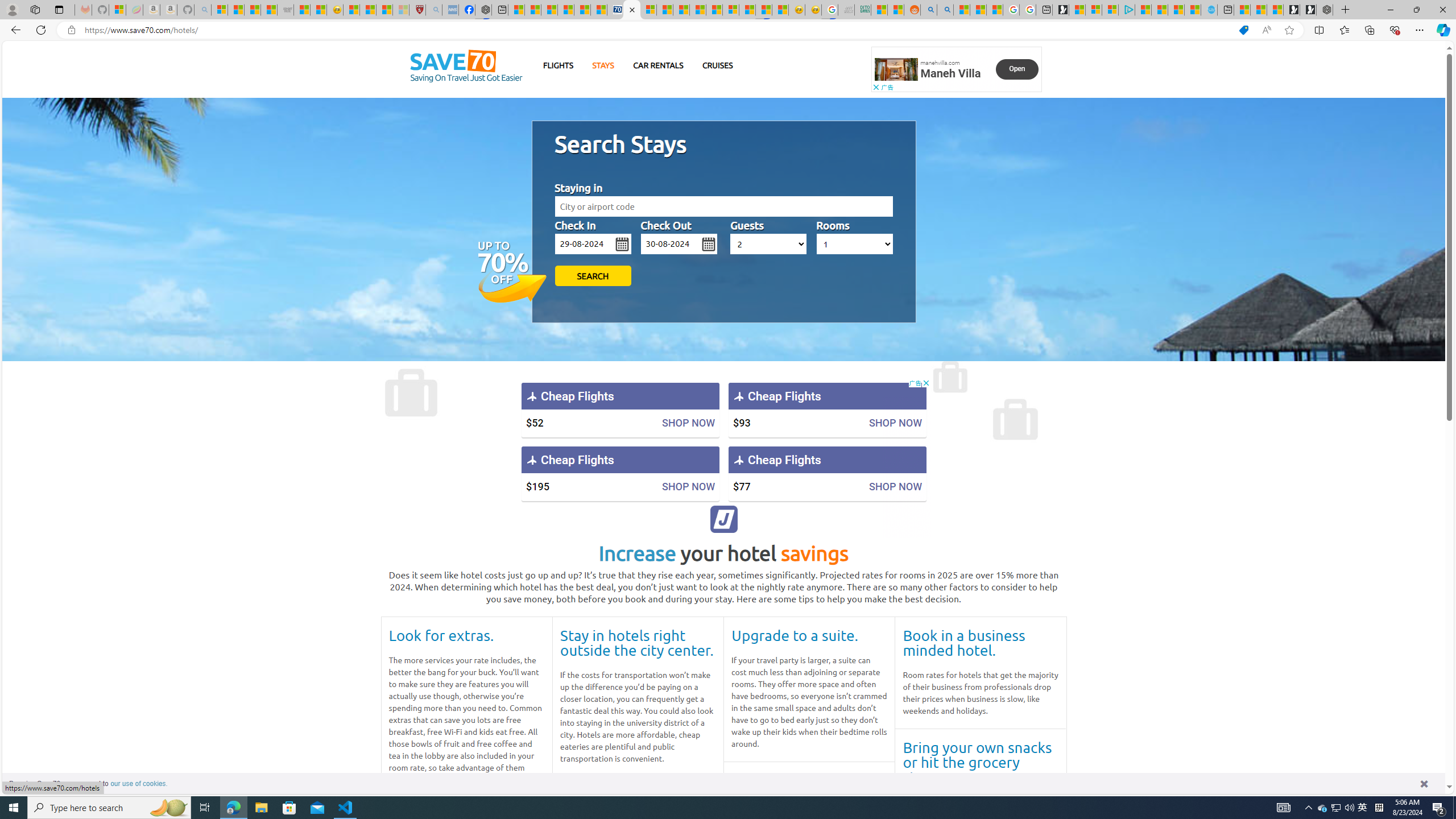  I want to click on 'AutomationID: hotels_rooms', so click(854, 243).